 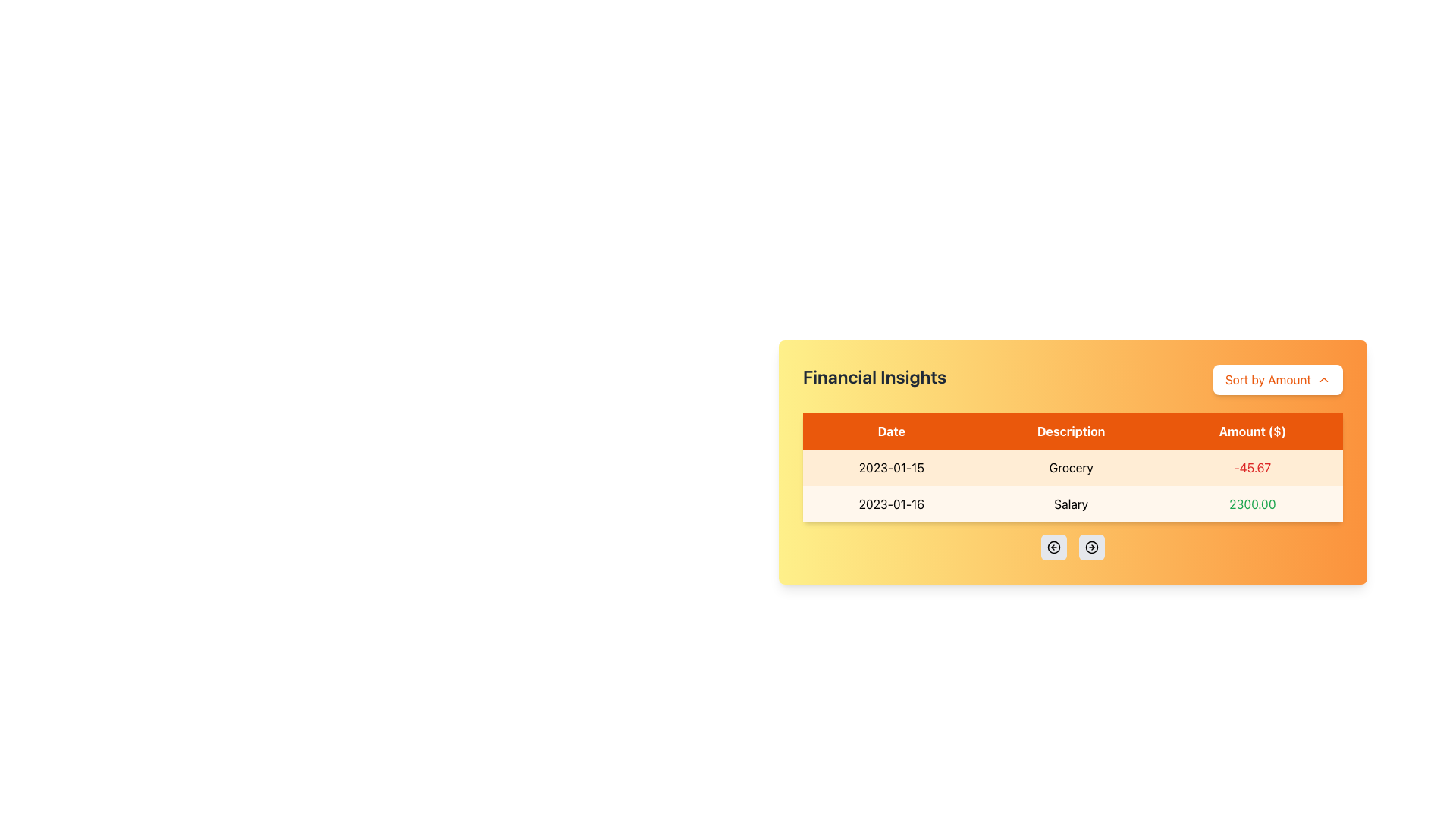 What do you see at coordinates (1323, 379) in the screenshot?
I see `the chevron icon indicating ascending order for sorting, located to the right of the 'Sort by Amount' text in the button near the top-right corner of the interface` at bounding box center [1323, 379].